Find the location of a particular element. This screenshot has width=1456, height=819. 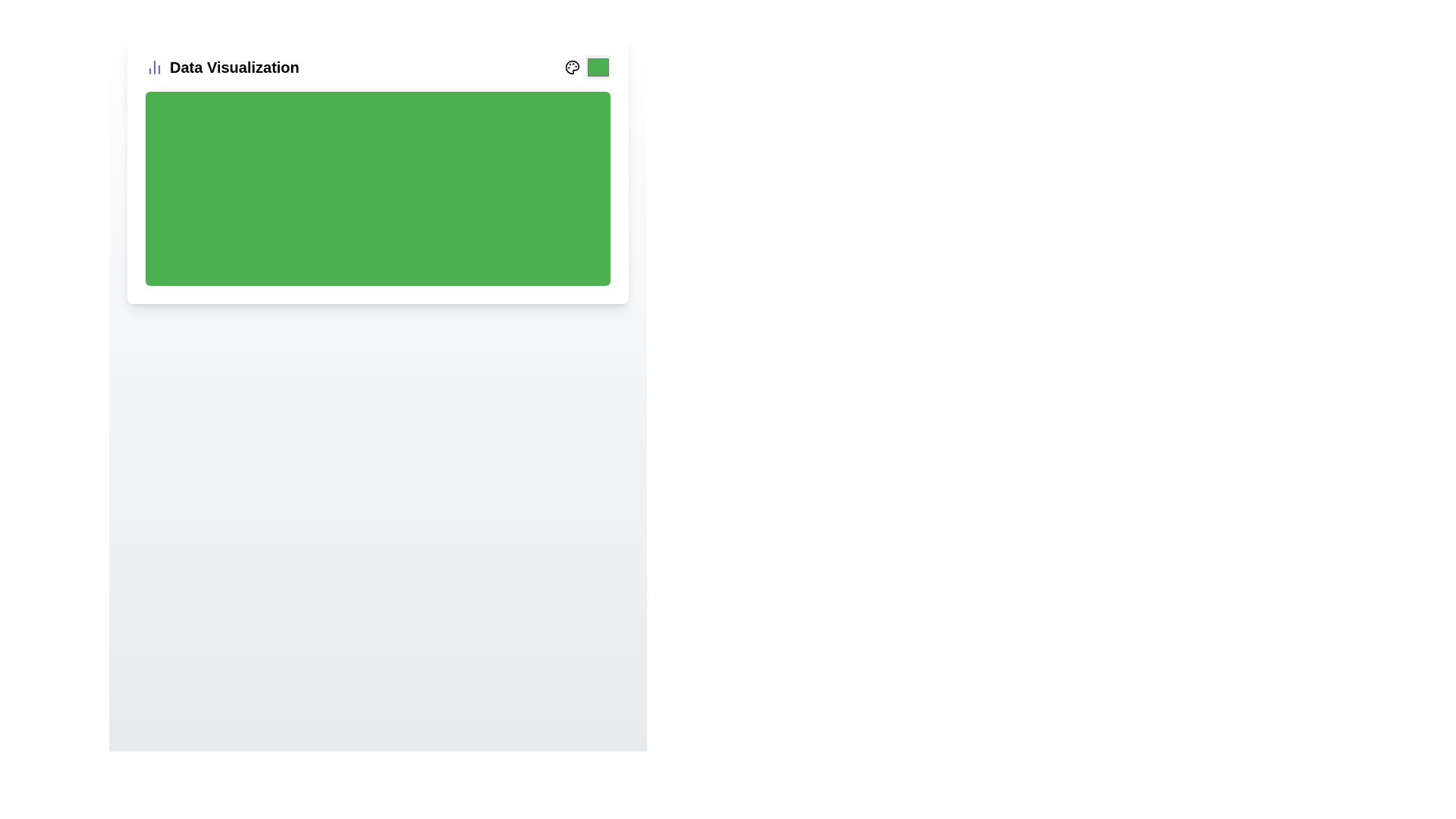

the SVG icon resembling a palette with multiple small circles representing paint colors, which is located to the left of a color picker box in the top-right corner of a card-like section is located at coordinates (571, 66).